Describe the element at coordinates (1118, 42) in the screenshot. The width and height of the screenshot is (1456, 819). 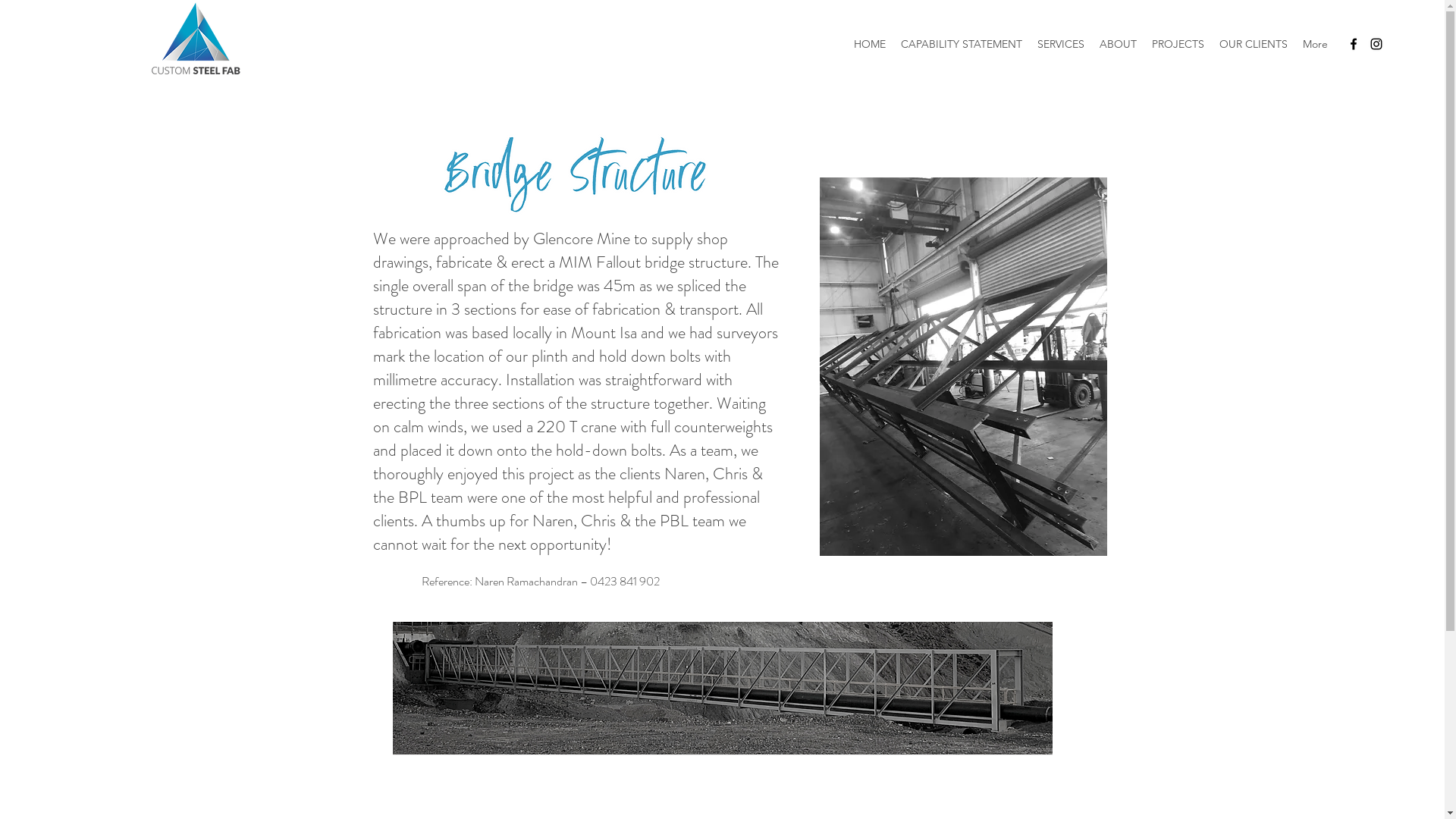
I see `'ABOUT'` at that location.